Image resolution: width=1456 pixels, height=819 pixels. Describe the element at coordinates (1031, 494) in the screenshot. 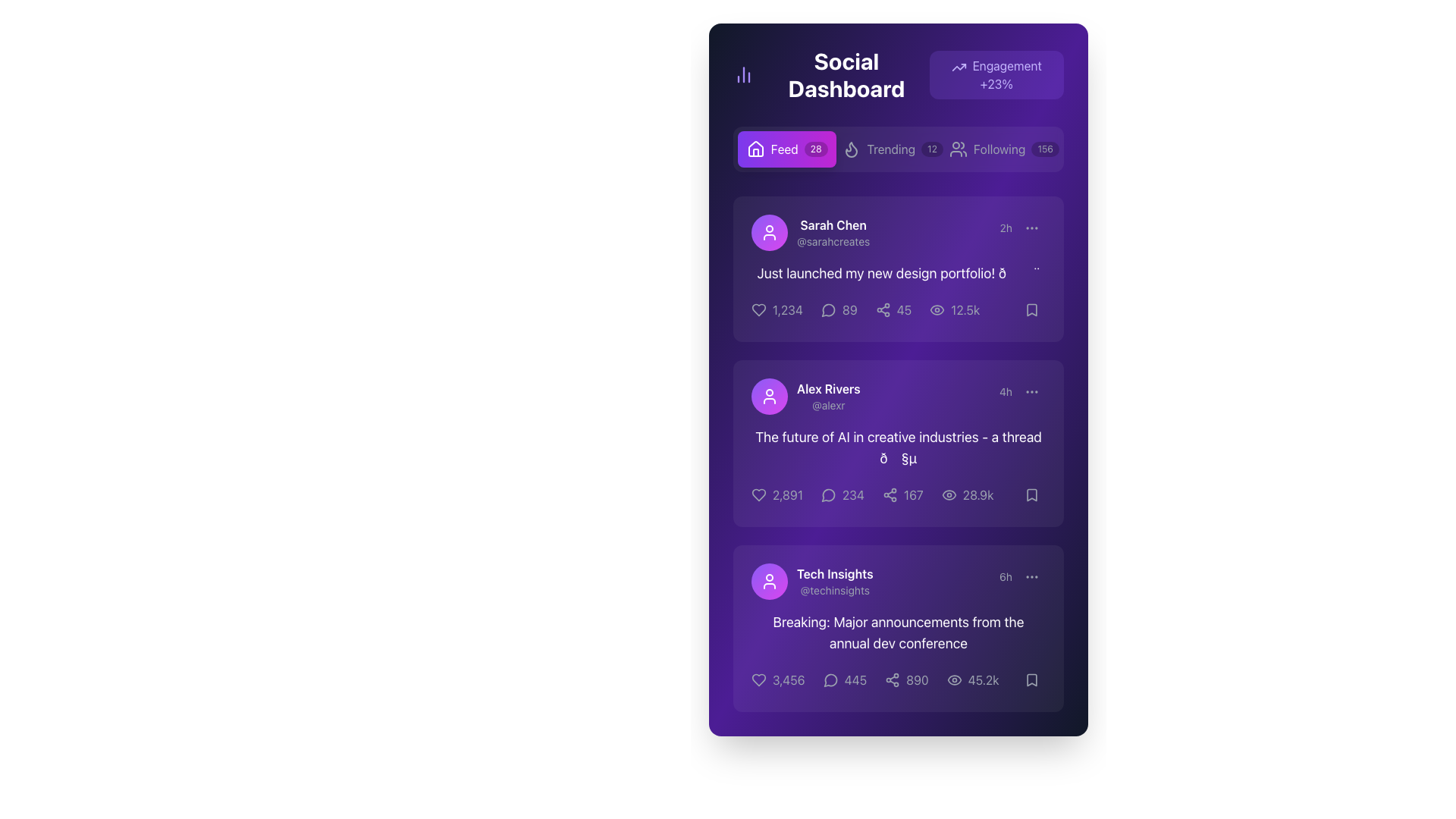

I see `the bookmark icon located in the bottom-right section of the post card titled 'Alex Rivers' to bookmark the post` at that location.